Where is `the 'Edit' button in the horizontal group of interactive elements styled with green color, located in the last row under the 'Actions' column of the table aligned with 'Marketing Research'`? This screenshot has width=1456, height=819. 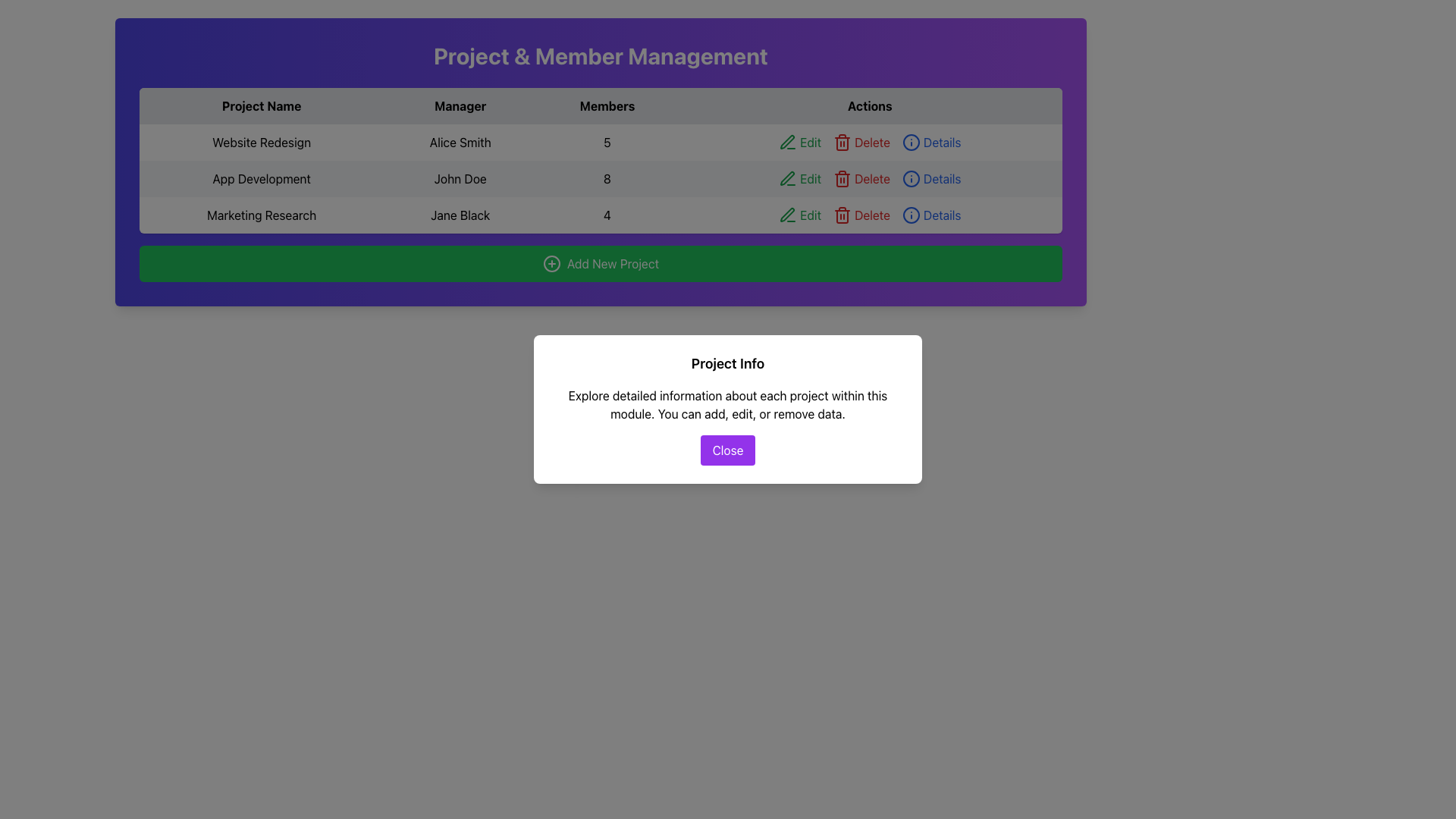
the 'Edit' button in the horizontal group of interactive elements styled with green color, located in the last row under the 'Actions' column of the table aligned with 'Marketing Research' is located at coordinates (870, 215).